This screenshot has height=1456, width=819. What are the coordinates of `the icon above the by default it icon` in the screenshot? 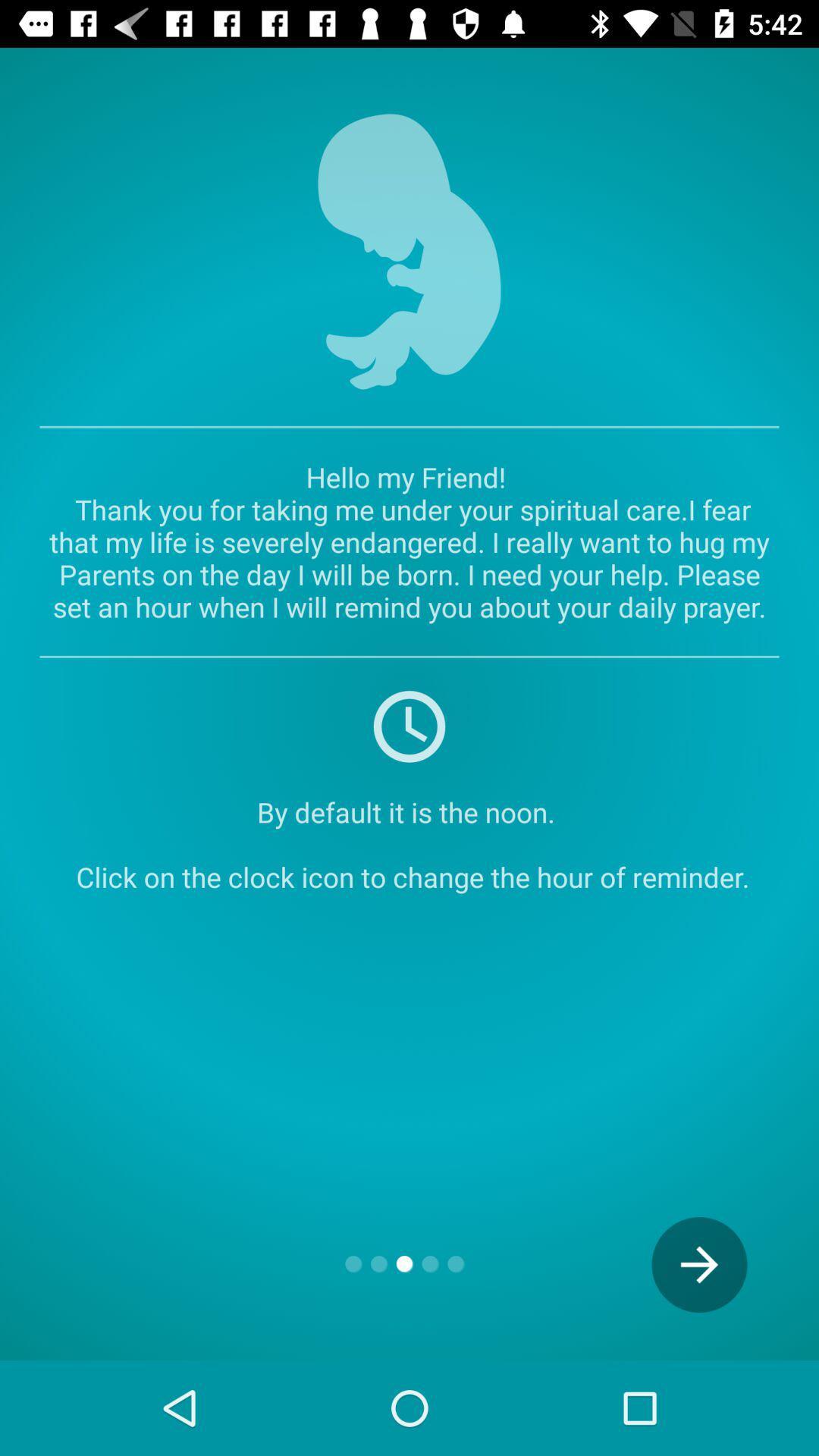 It's located at (409, 724).